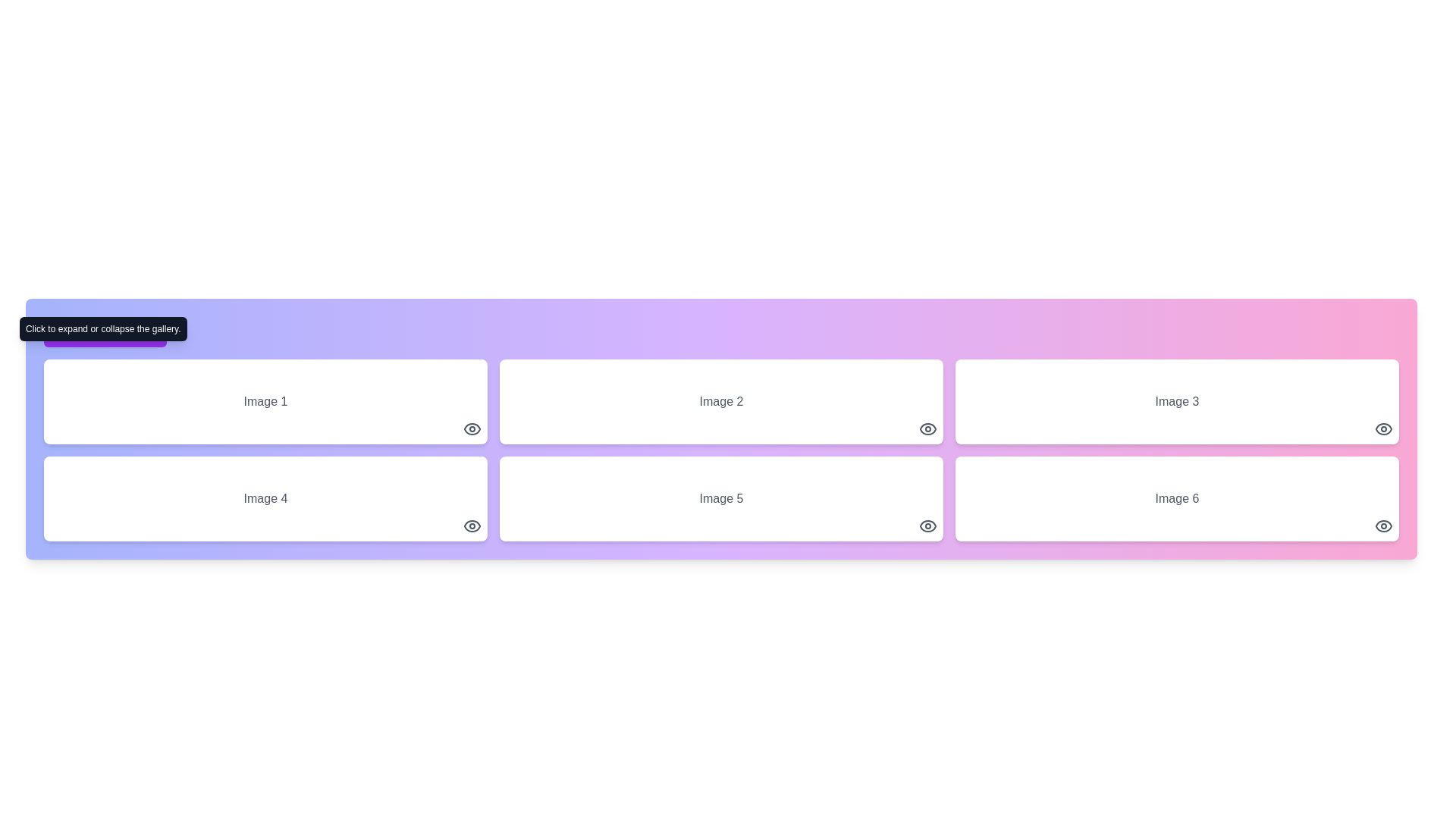 Image resolution: width=1456 pixels, height=819 pixels. What do you see at coordinates (265, 400) in the screenshot?
I see `the button labeled 'Image 1'` at bounding box center [265, 400].